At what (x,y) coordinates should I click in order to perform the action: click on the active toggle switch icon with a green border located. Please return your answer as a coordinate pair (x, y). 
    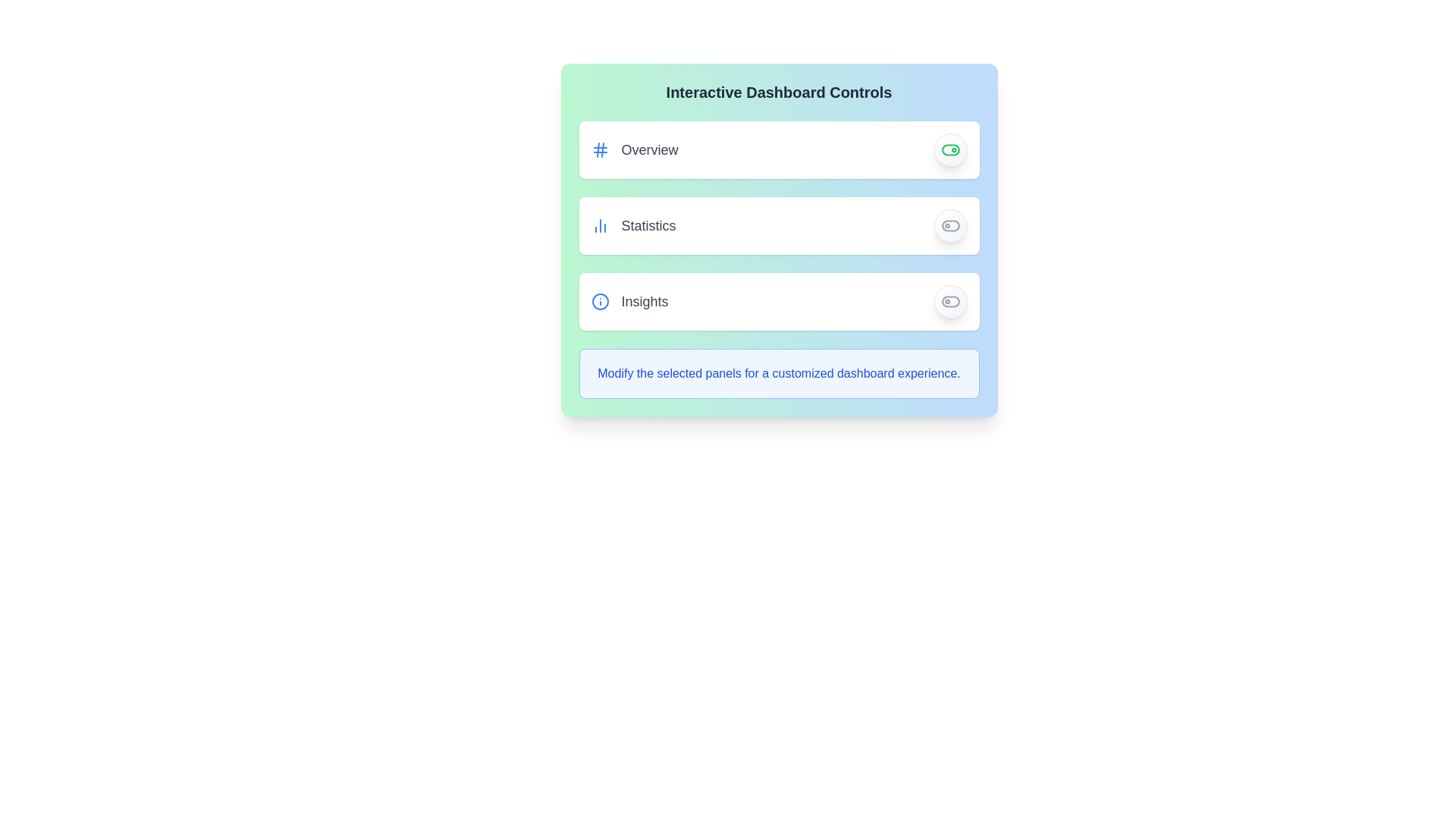
    Looking at the image, I should click on (949, 149).